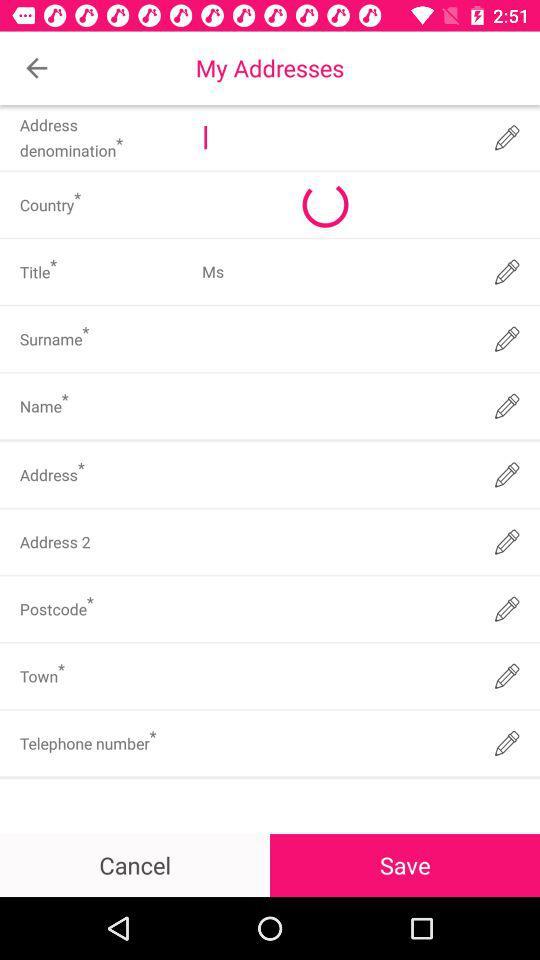 This screenshot has height=960, width=540. Describe the element at coordinates (335, 676) in the screenshot. I see `text` at that location.